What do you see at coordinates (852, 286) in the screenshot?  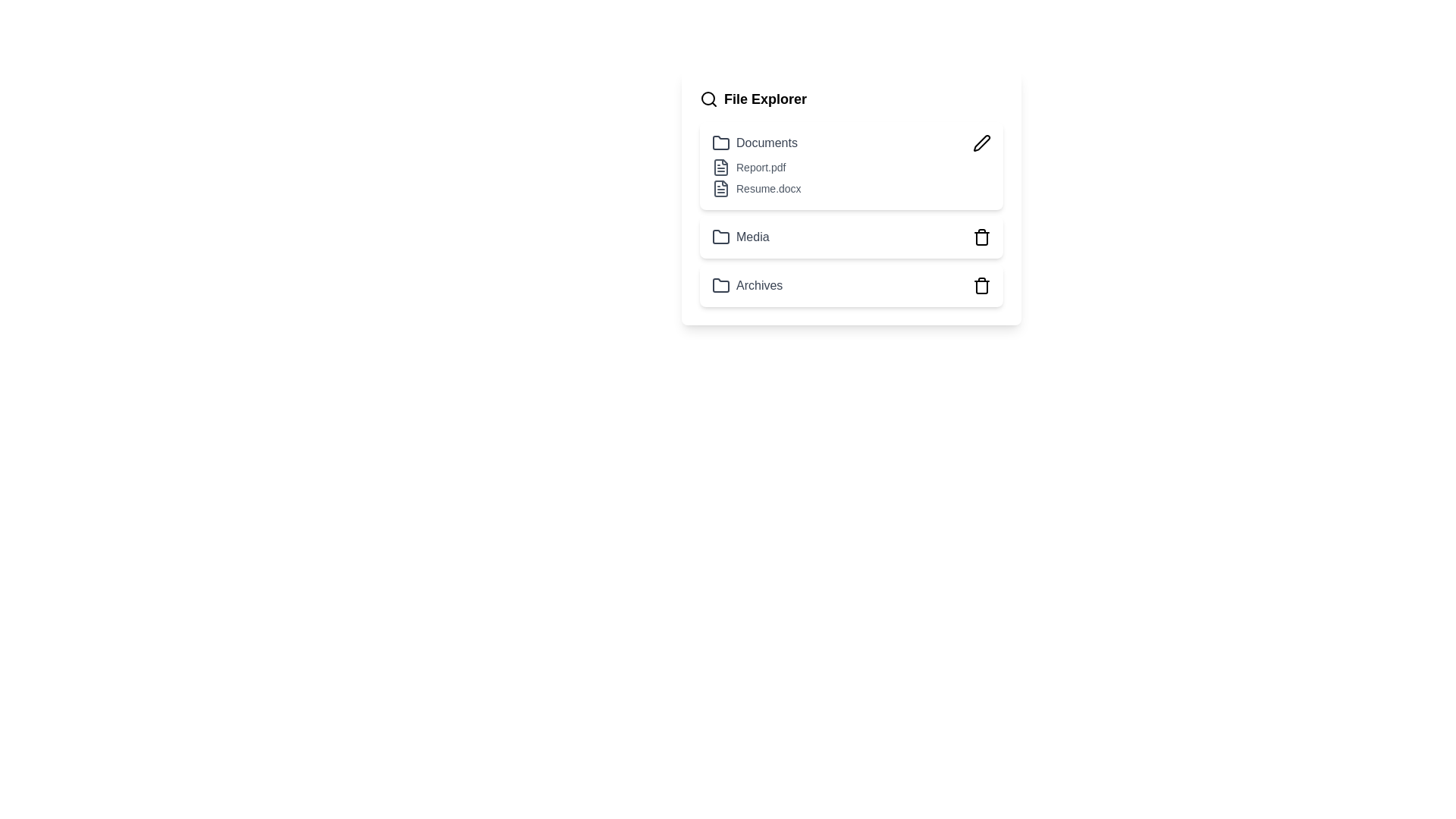 I see `the 'Archives' folder item in the interactive horizontal list` at bounding box center [852, 286].